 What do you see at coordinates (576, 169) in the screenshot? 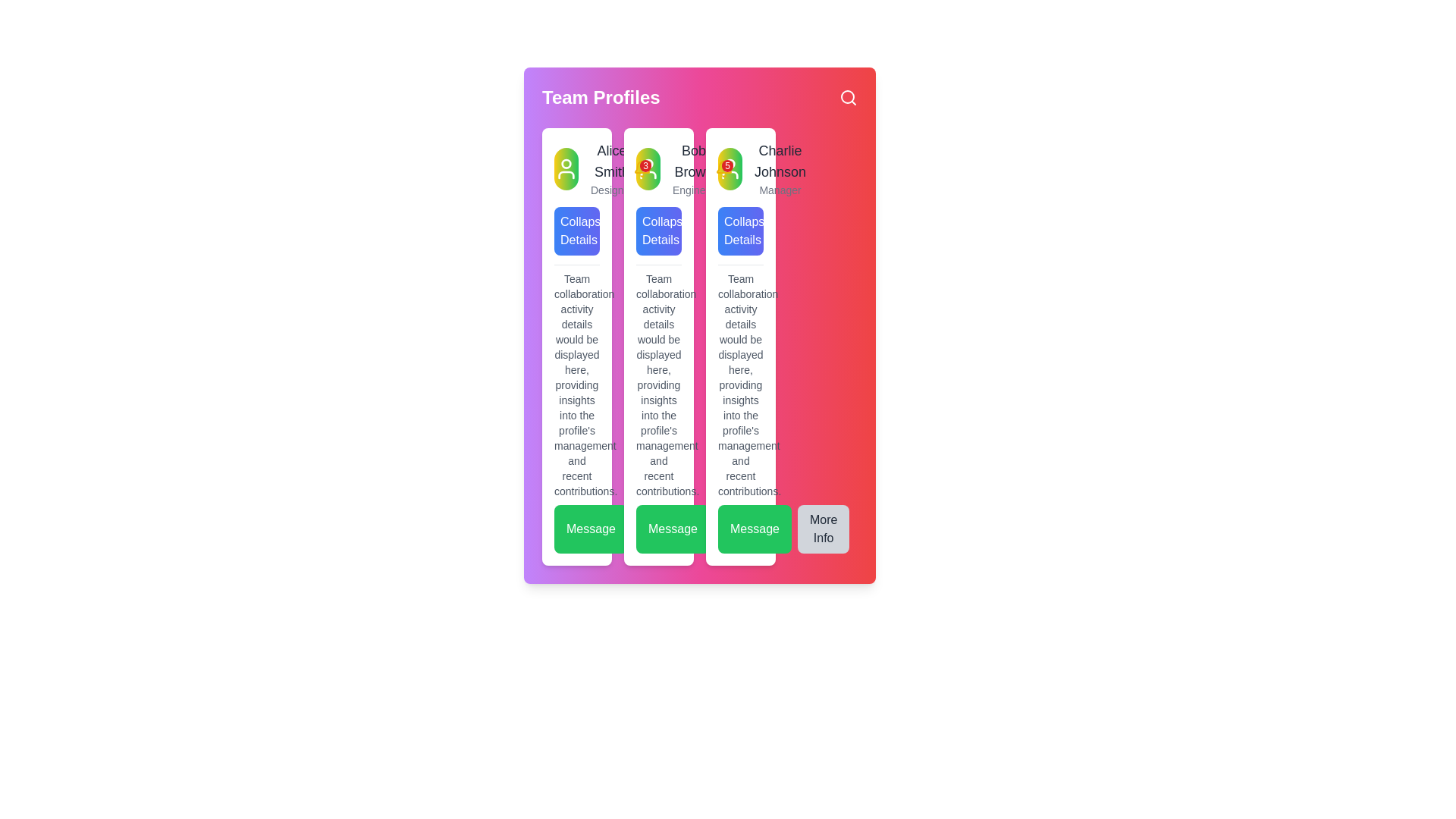
I see `the circular user avatar icon representing 'Alice Smith Designer 3', which features a gradient yellow to green color with a white outline of a person` at bounding box center [576, 169].